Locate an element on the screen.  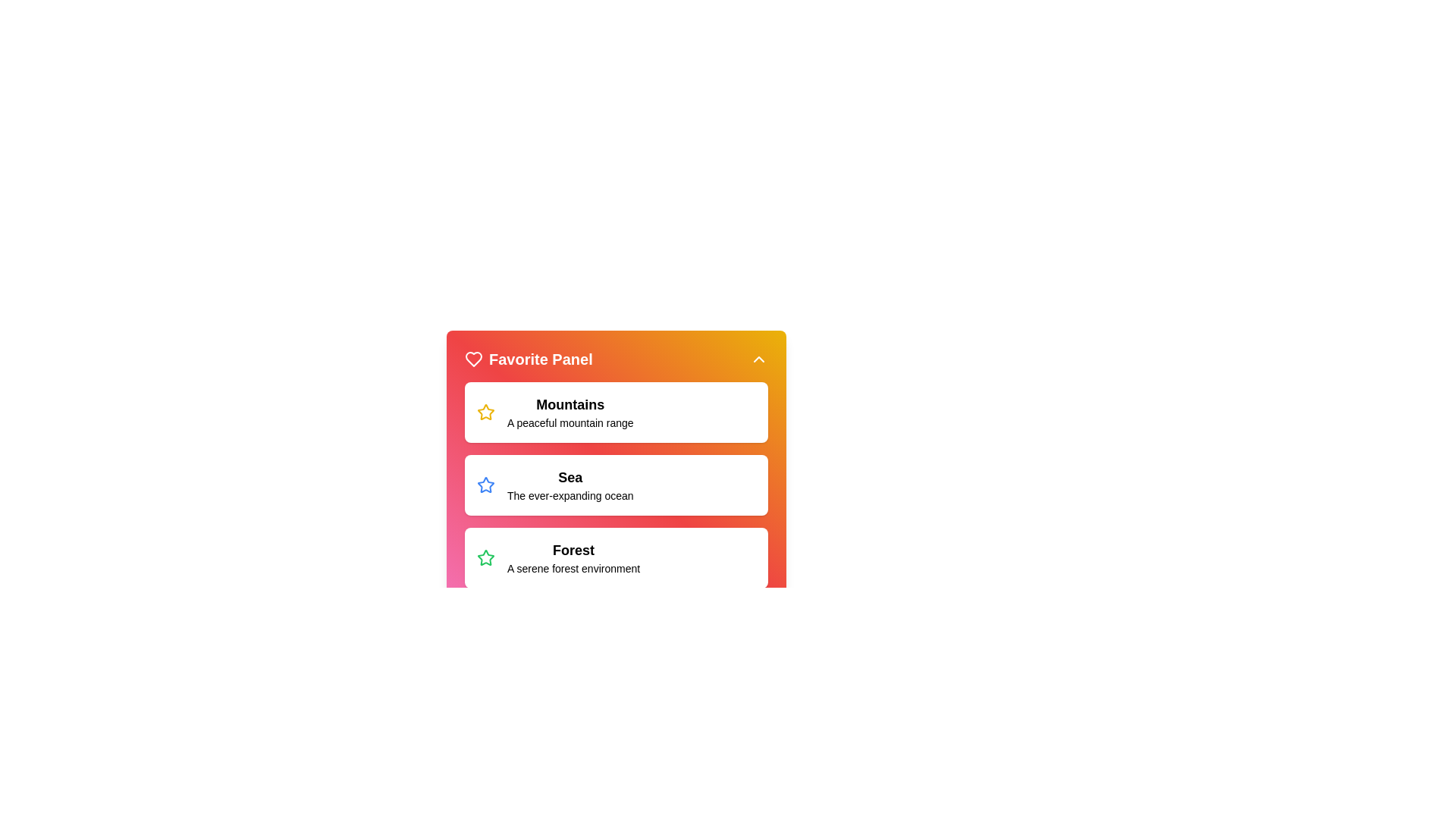
the descriptive text label located under the 'Forest' title in the Favorite Panel, which provides additional context about the title is located at coordinates (573, 568).